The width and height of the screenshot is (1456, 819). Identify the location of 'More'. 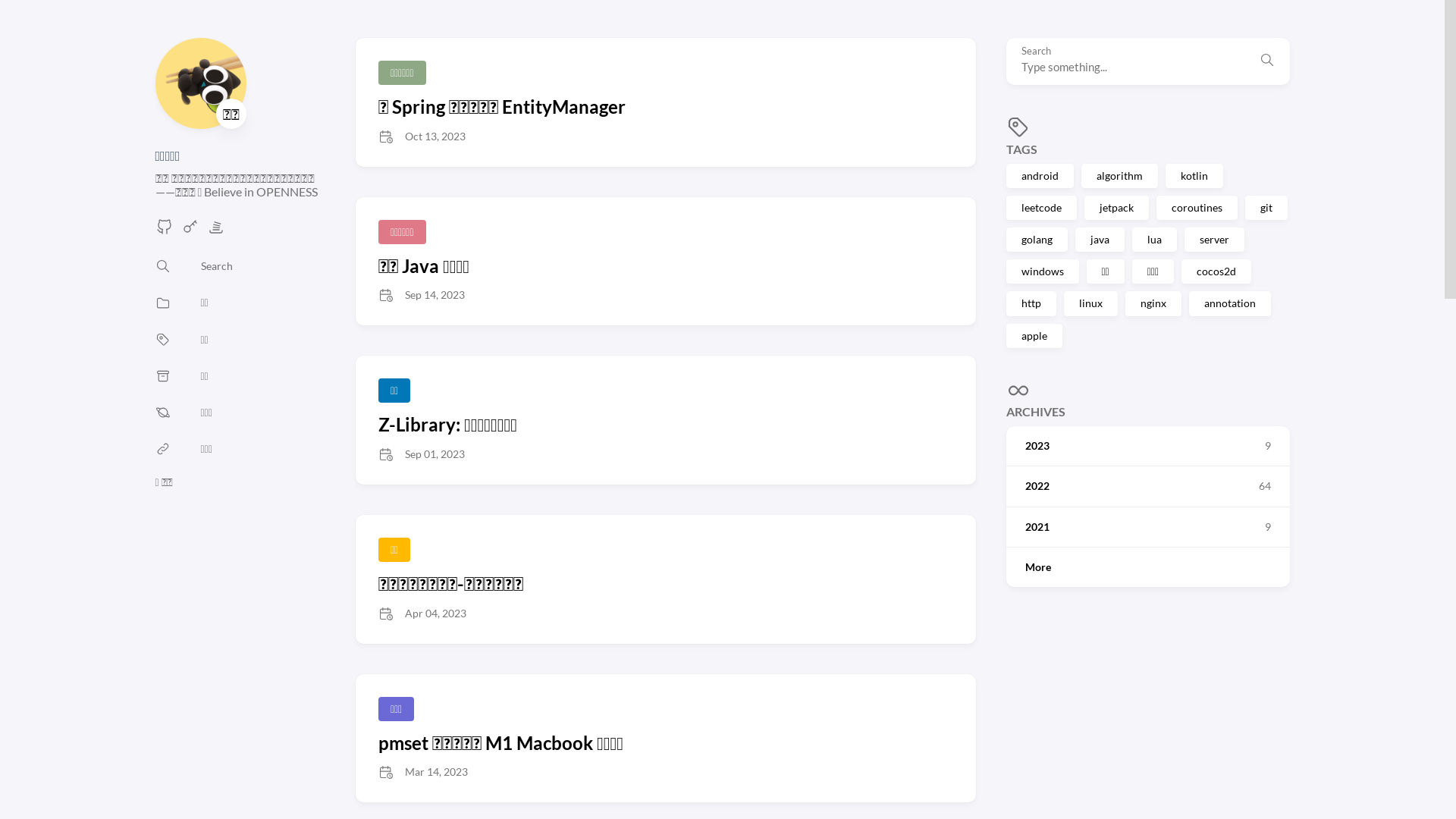
(1147, 567).